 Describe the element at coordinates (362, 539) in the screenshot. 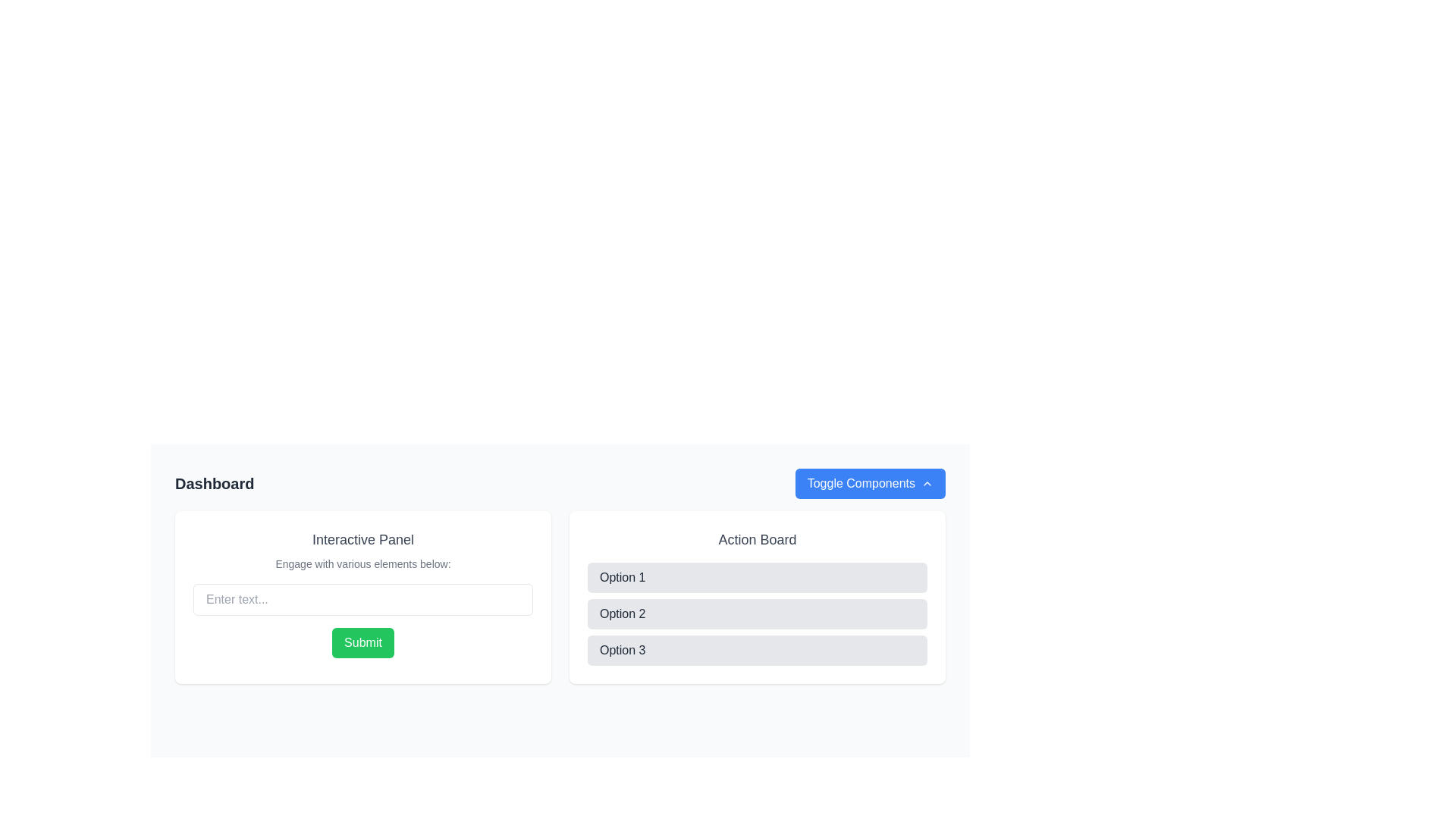

I see `the text label 'Interactive Panel', which is styled with a medium-sized gray font and located at the top of its containing panel` at that location.